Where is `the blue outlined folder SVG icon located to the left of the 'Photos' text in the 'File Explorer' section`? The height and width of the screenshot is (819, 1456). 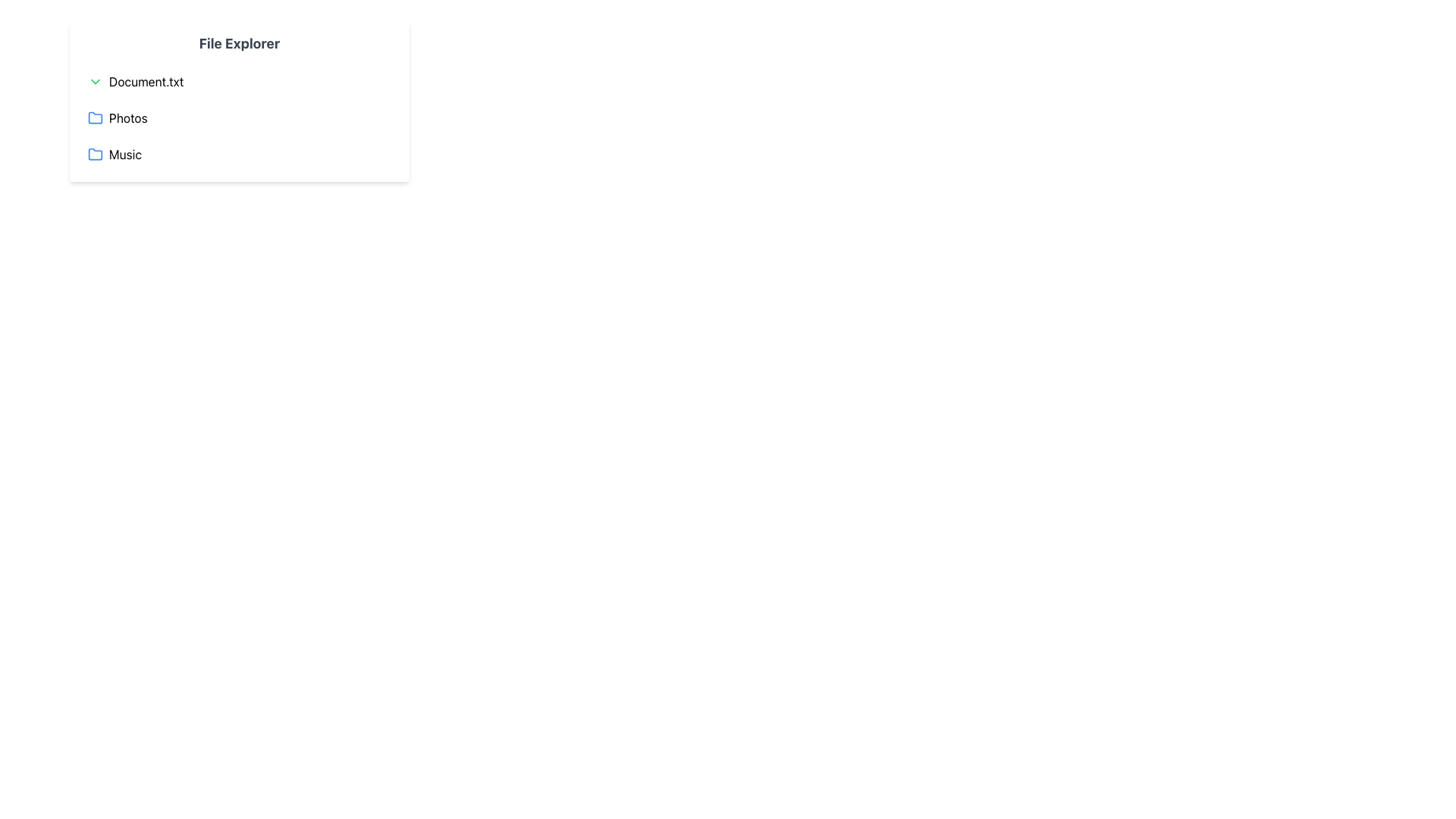 the blue outlined folder SVG icon located to the left of the 'Photos' text in the 'File Explorer' section is located at coordinates (94, 117).